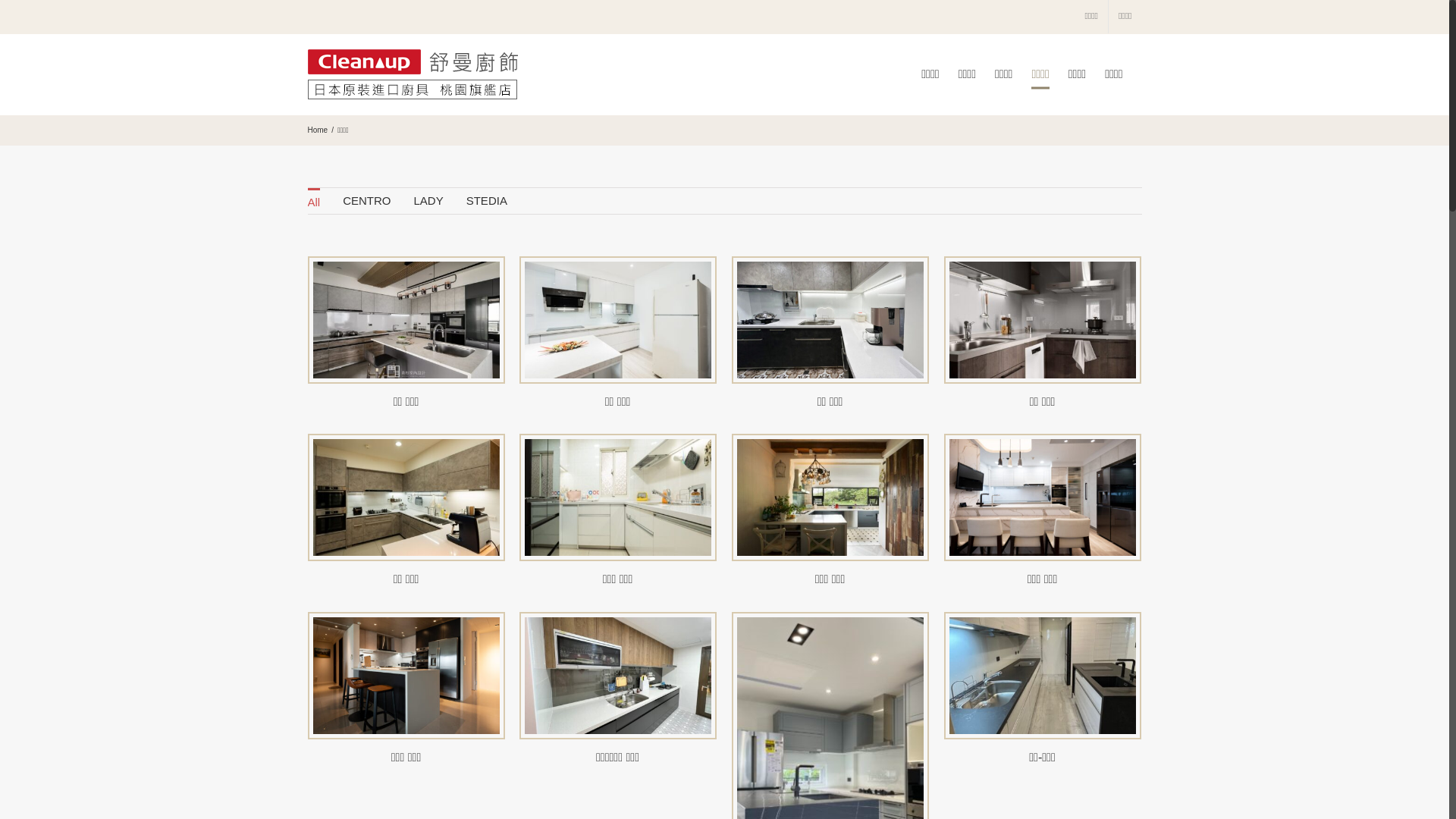 Image resolution: width=1456 pixels, height=819 pixels. I want to click on 'STEDIA', so click(487, 200).